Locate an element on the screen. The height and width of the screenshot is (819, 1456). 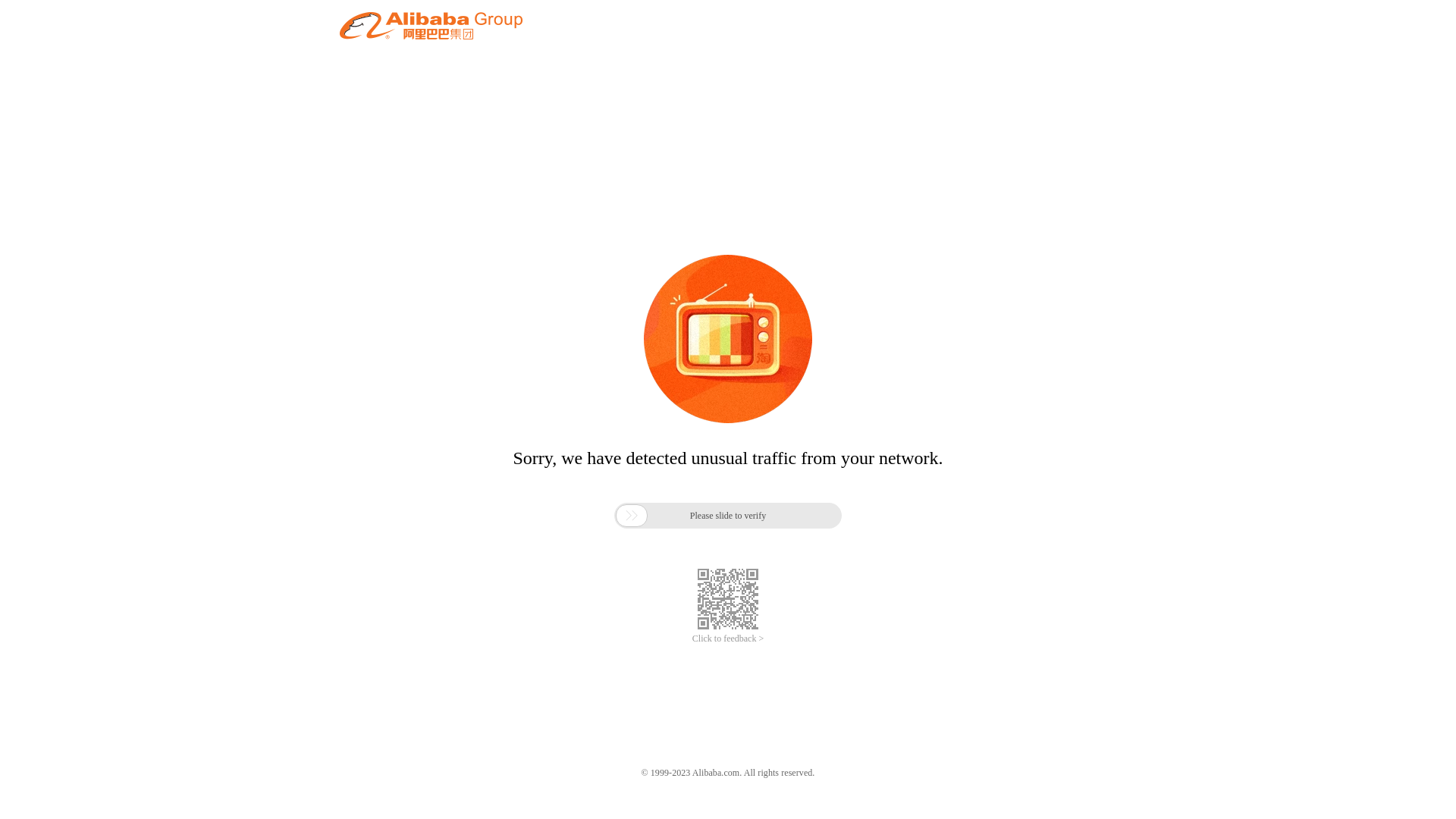
'Click to feedback >' is located at coordinates (728, 639).